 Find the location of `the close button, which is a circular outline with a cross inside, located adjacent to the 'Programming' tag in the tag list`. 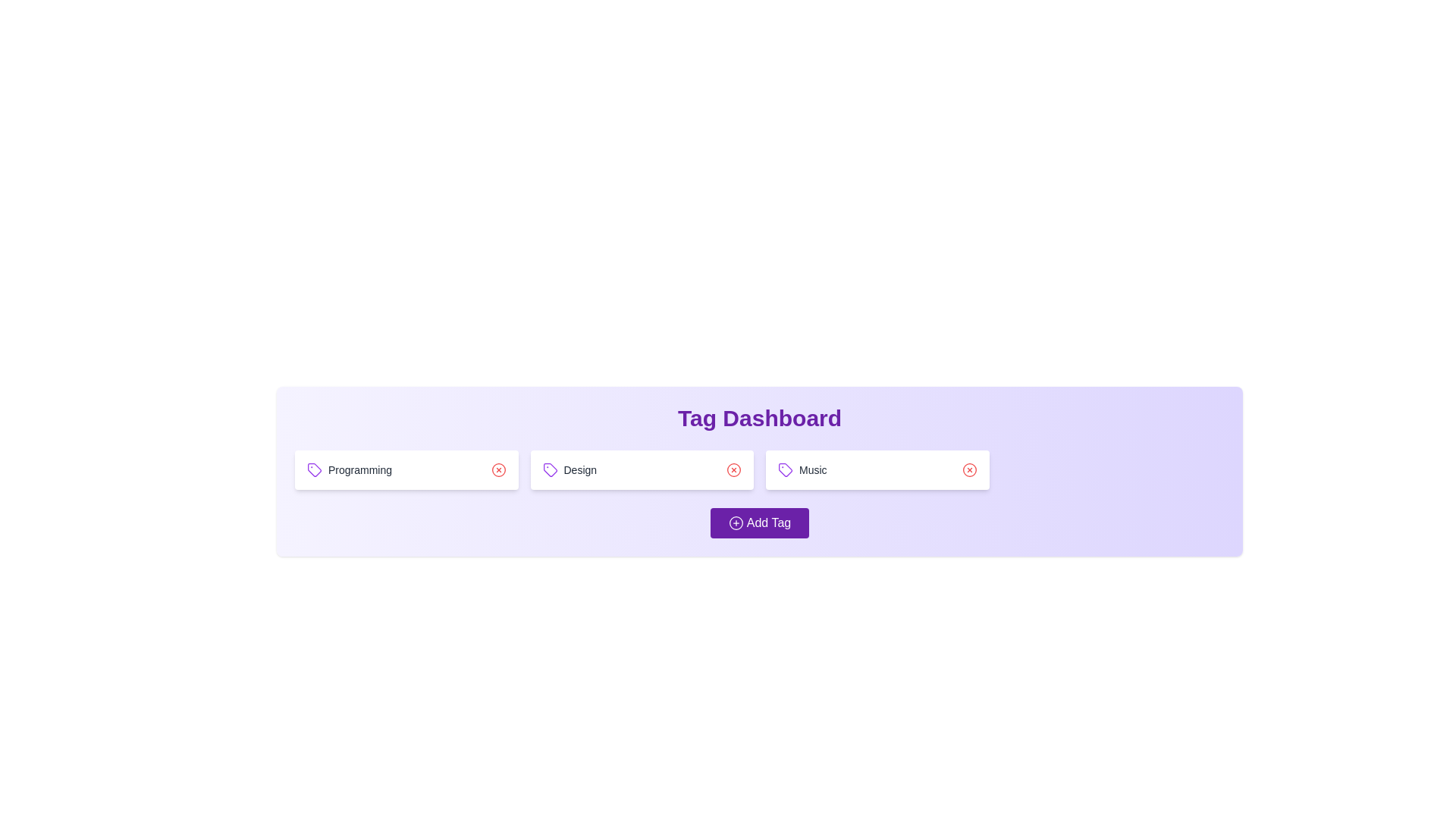

the close button, which is a circular outline with a cross inside, located adjacent to the 'Programming' tag in the tag list is located at coordinates (498, 469).